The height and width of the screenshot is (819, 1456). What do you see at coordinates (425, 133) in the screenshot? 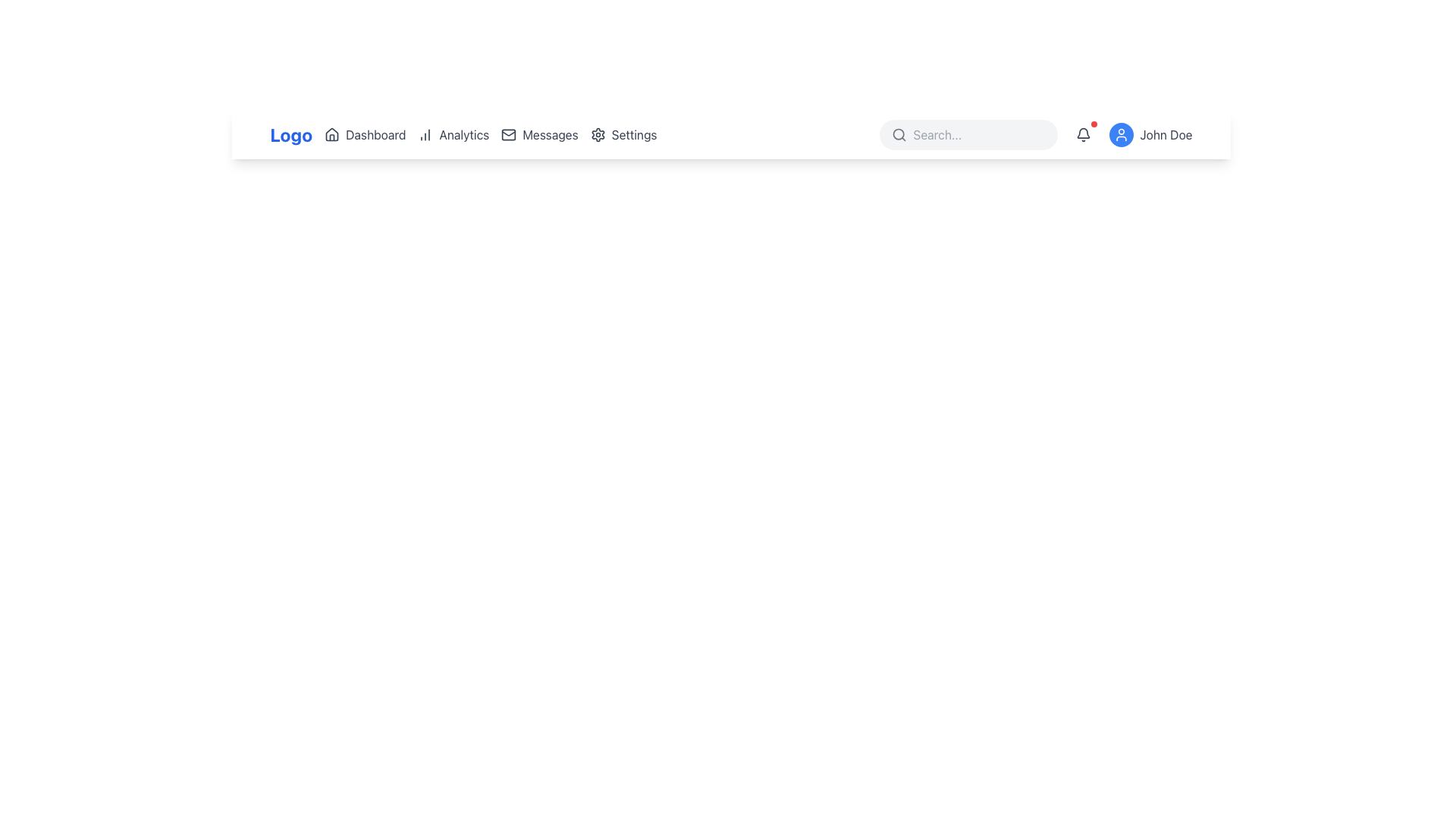
I see `the icon representing a vertical bar chart located to the left of the 'Analytics' text label in the main navigation bar` at bounding box center [425, 133].